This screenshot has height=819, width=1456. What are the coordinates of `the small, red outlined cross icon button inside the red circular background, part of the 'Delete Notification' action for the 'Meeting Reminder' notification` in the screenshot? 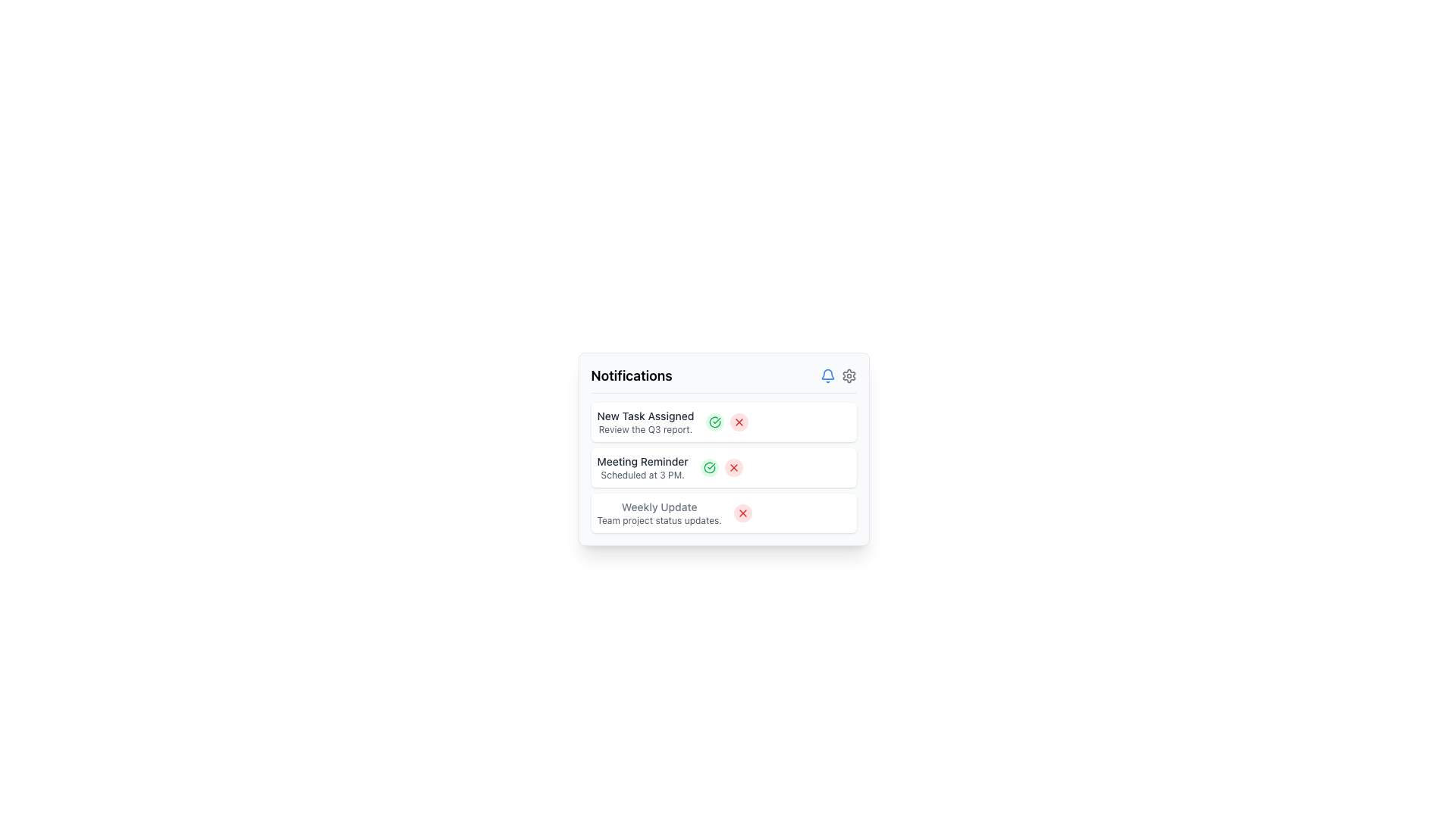 It's located at (733, 467).